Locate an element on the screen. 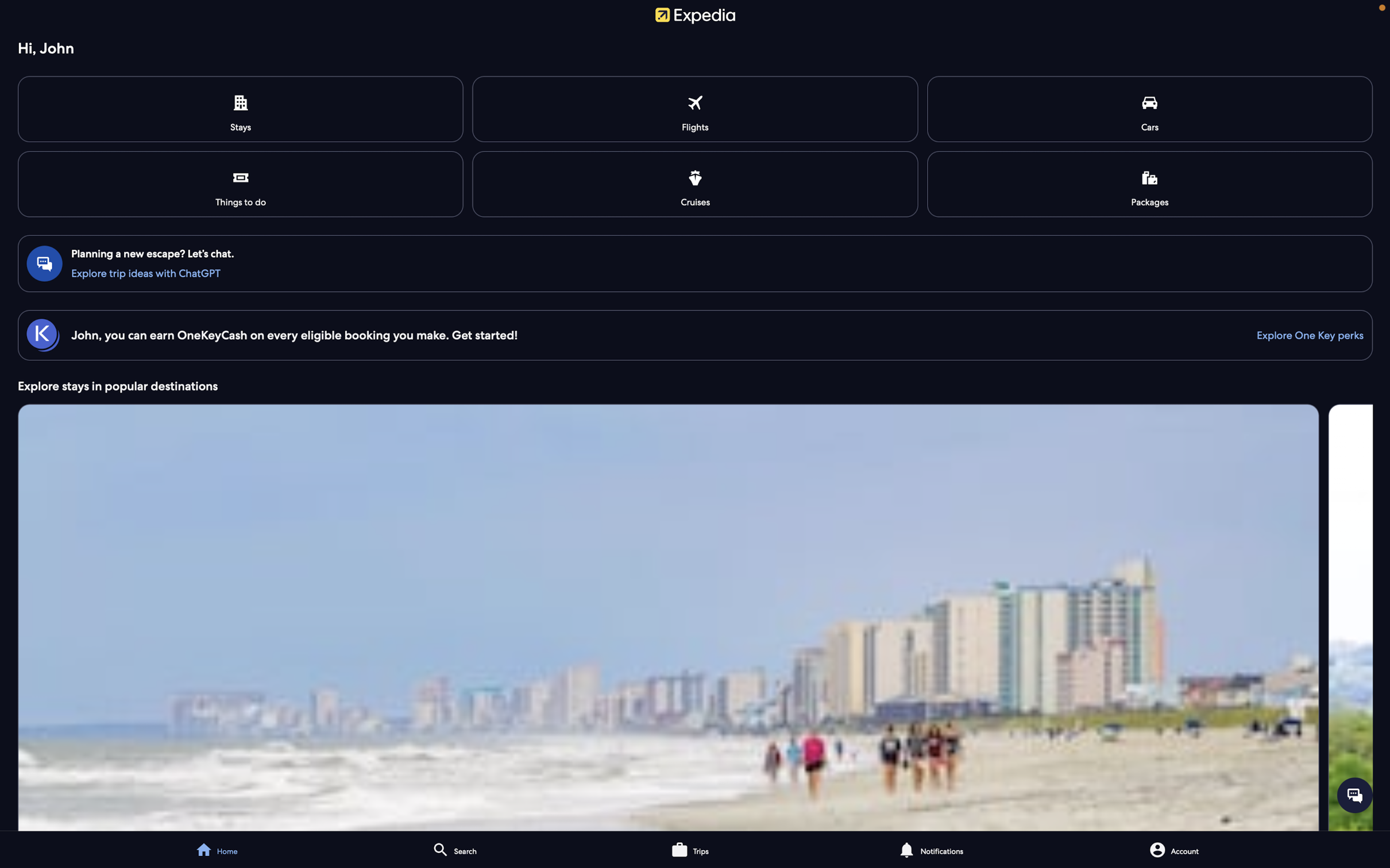  Use the "explore stays" function is located at coordinates (695, 615).